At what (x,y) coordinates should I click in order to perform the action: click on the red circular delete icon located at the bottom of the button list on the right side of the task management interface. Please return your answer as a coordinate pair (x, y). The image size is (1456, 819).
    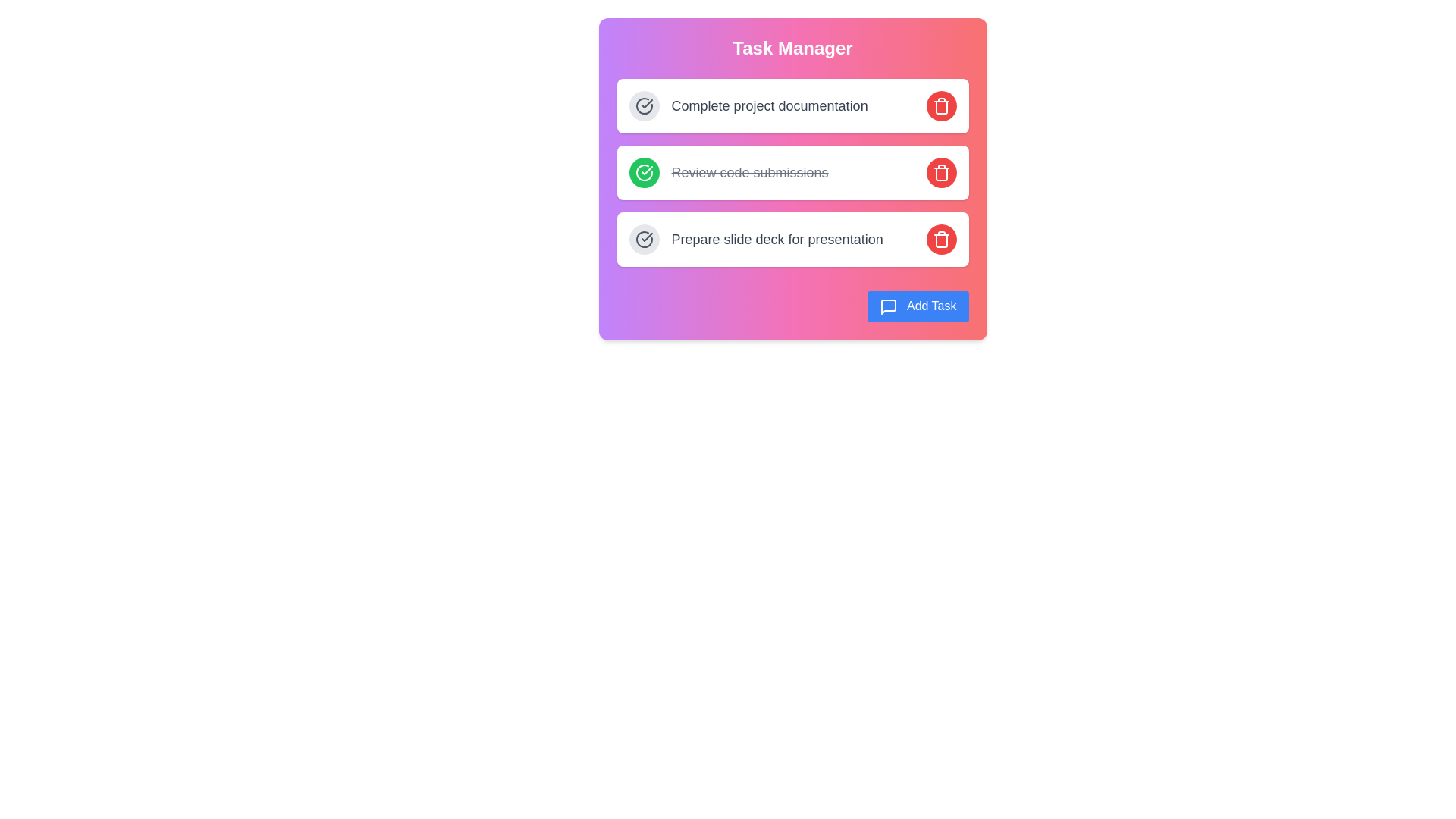
    Looking at the image, I should click on (940, 239).